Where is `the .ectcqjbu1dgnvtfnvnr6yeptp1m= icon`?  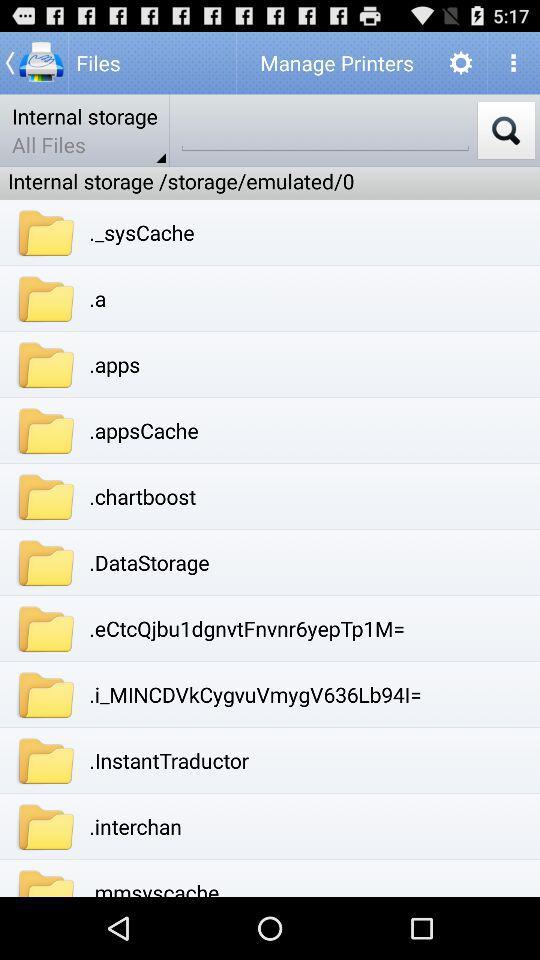 the .ectcqjbu1dgnvtfnvnr6yeptp1m= icon is located at coordinates (247, 627).